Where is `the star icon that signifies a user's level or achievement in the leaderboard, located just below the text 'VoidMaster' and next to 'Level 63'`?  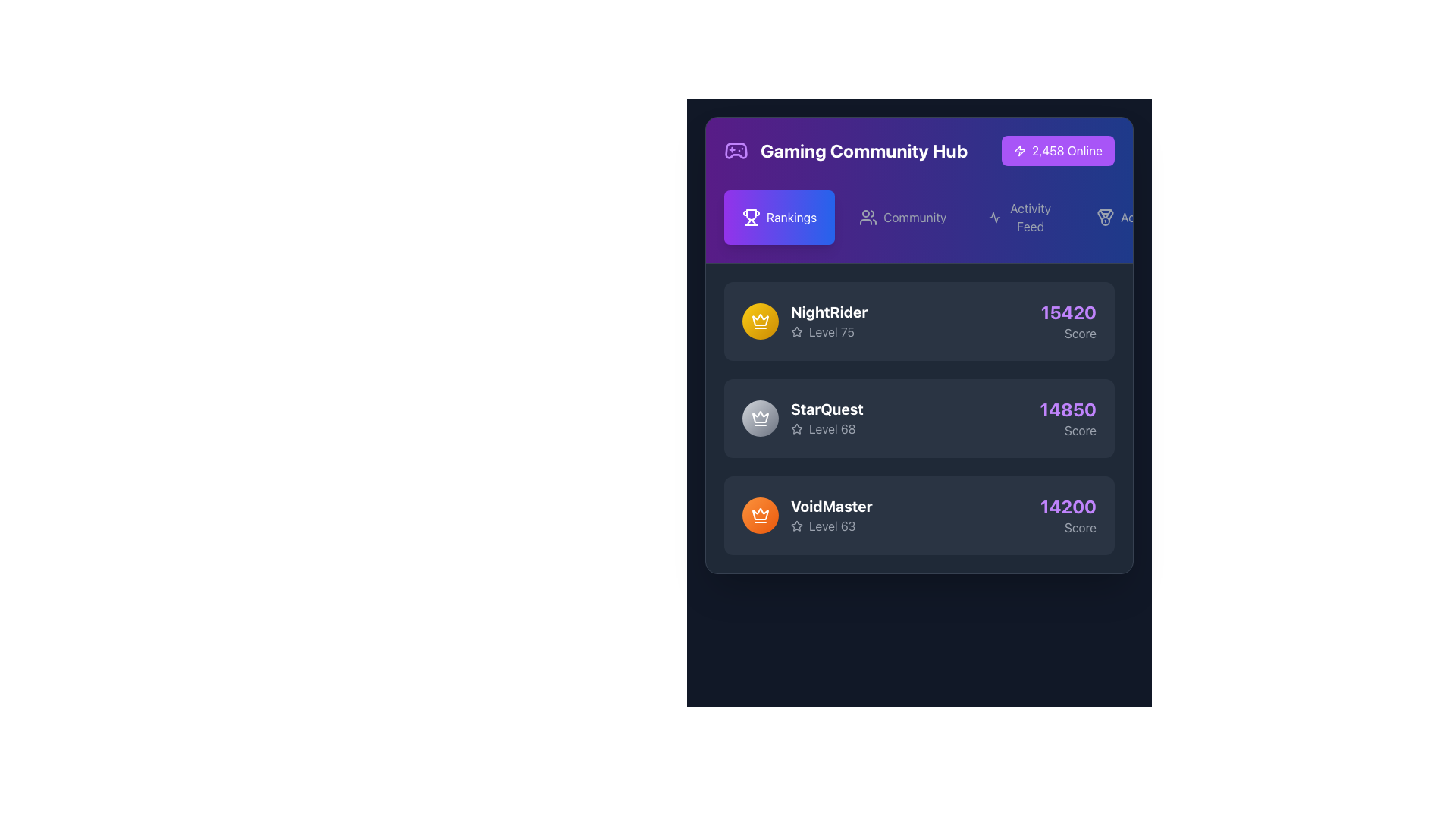
the star icon that signifies a user's level or achievement in the leaderboard, located just below the text 'VoidMaster' and next to 'Level 63' is located at coordinates (796, 526).